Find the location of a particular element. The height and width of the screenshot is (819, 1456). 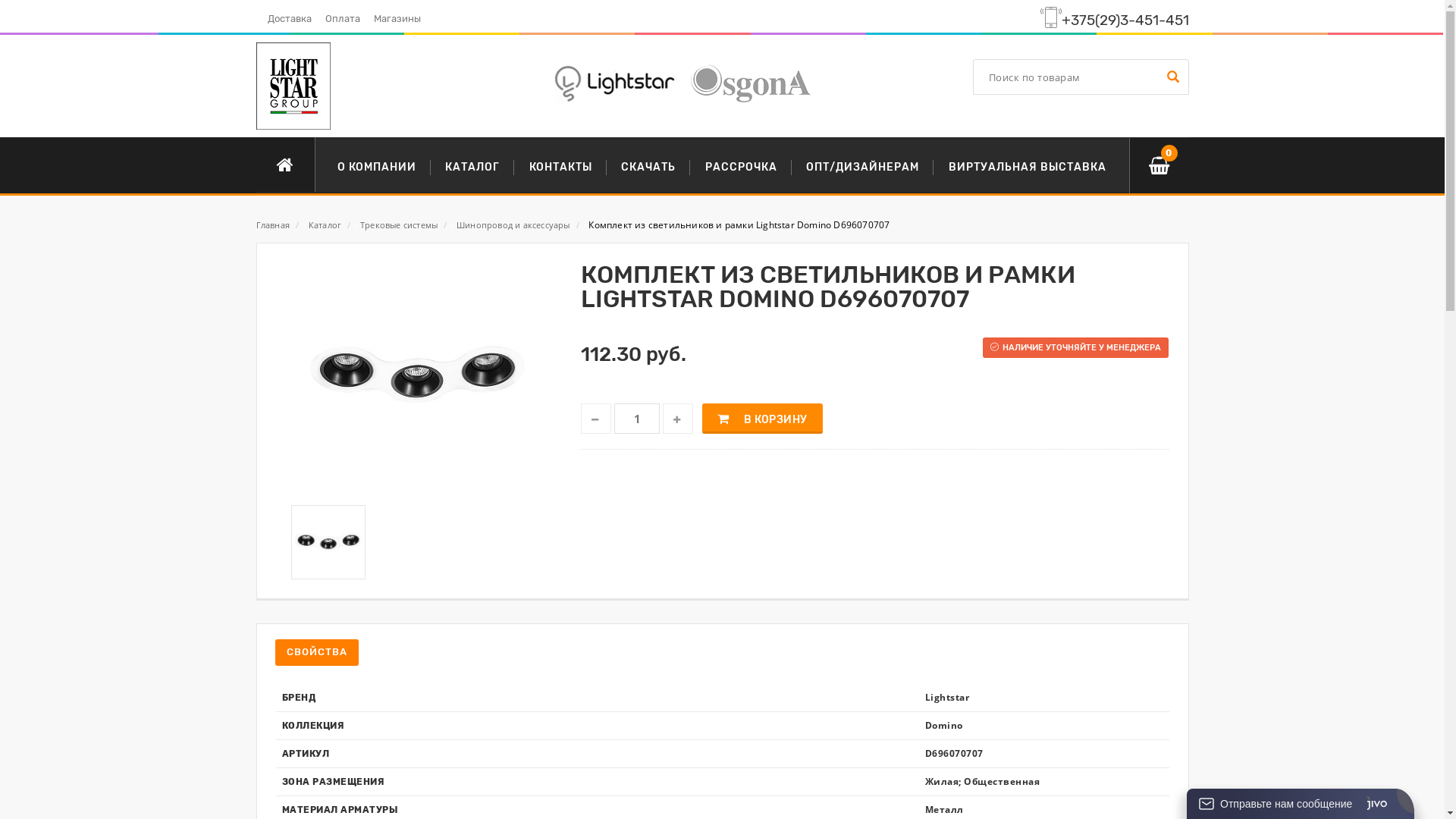

' ' is located at coordinates (595, 418).